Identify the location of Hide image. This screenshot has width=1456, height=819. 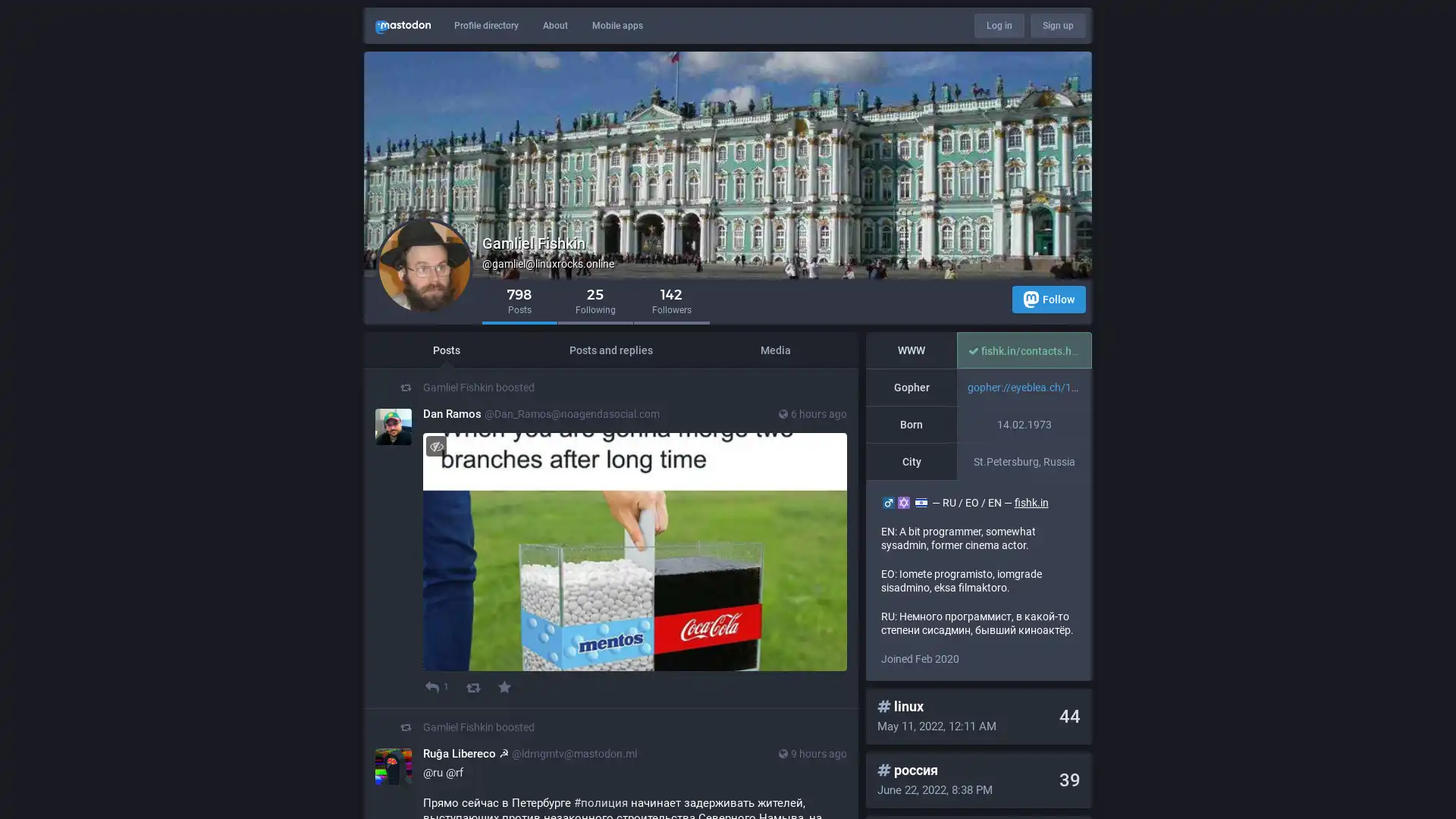
(435, 445).